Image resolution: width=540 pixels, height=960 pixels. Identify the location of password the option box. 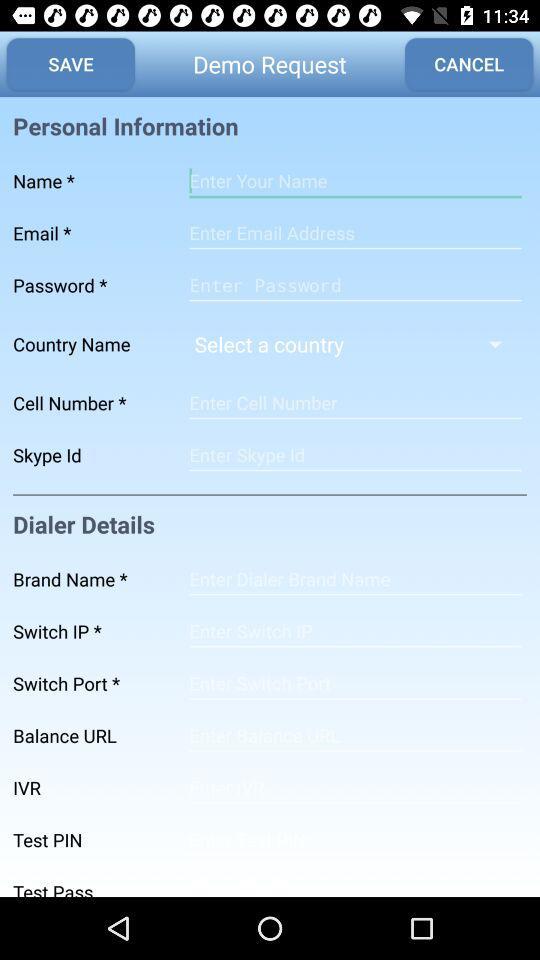
(354, 284).